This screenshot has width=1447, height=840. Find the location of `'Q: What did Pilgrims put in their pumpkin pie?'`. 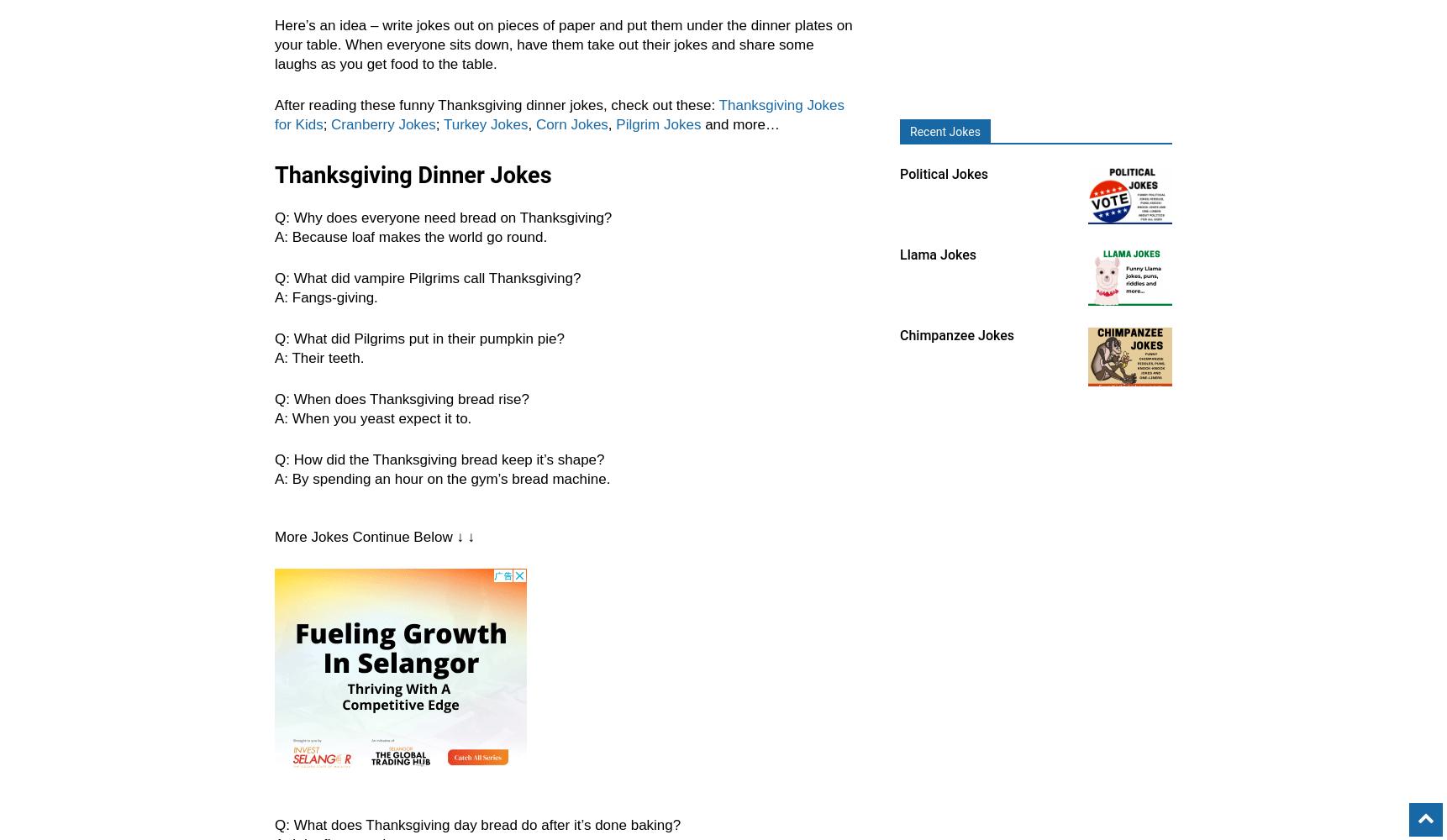

'Q: What did Pilgrims put in their pumpkin pie?' is located at coordinates (274, 339).